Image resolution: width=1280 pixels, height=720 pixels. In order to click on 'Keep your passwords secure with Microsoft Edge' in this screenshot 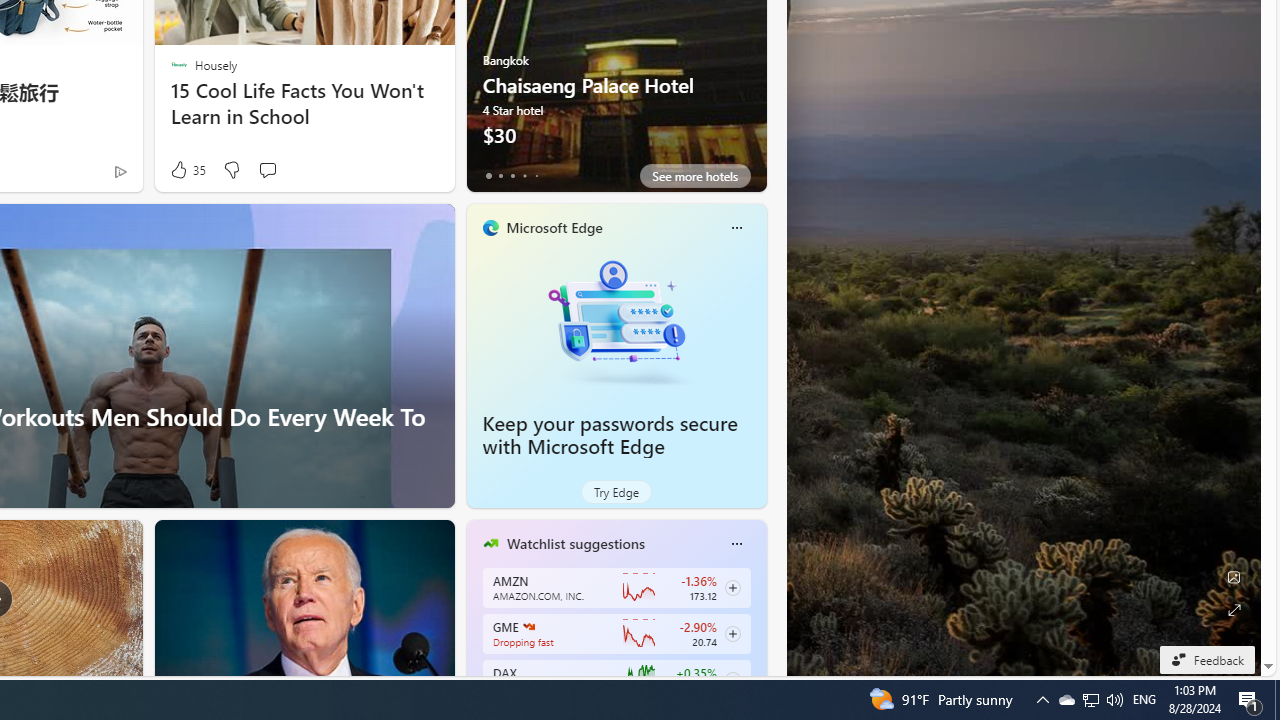, I will do `click(615, 320)`.